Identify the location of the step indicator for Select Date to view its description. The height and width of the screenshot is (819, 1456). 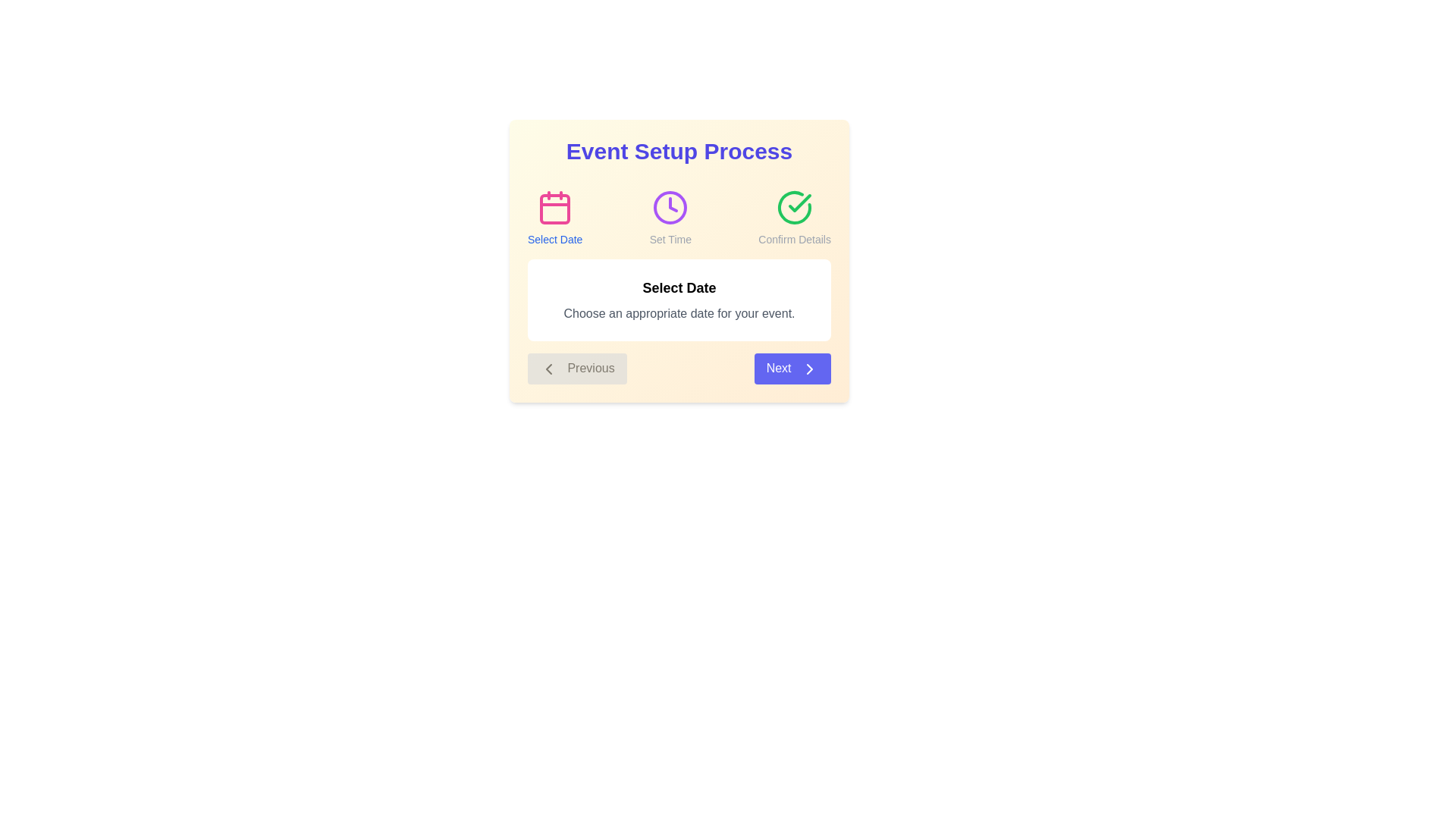
(554, 218).